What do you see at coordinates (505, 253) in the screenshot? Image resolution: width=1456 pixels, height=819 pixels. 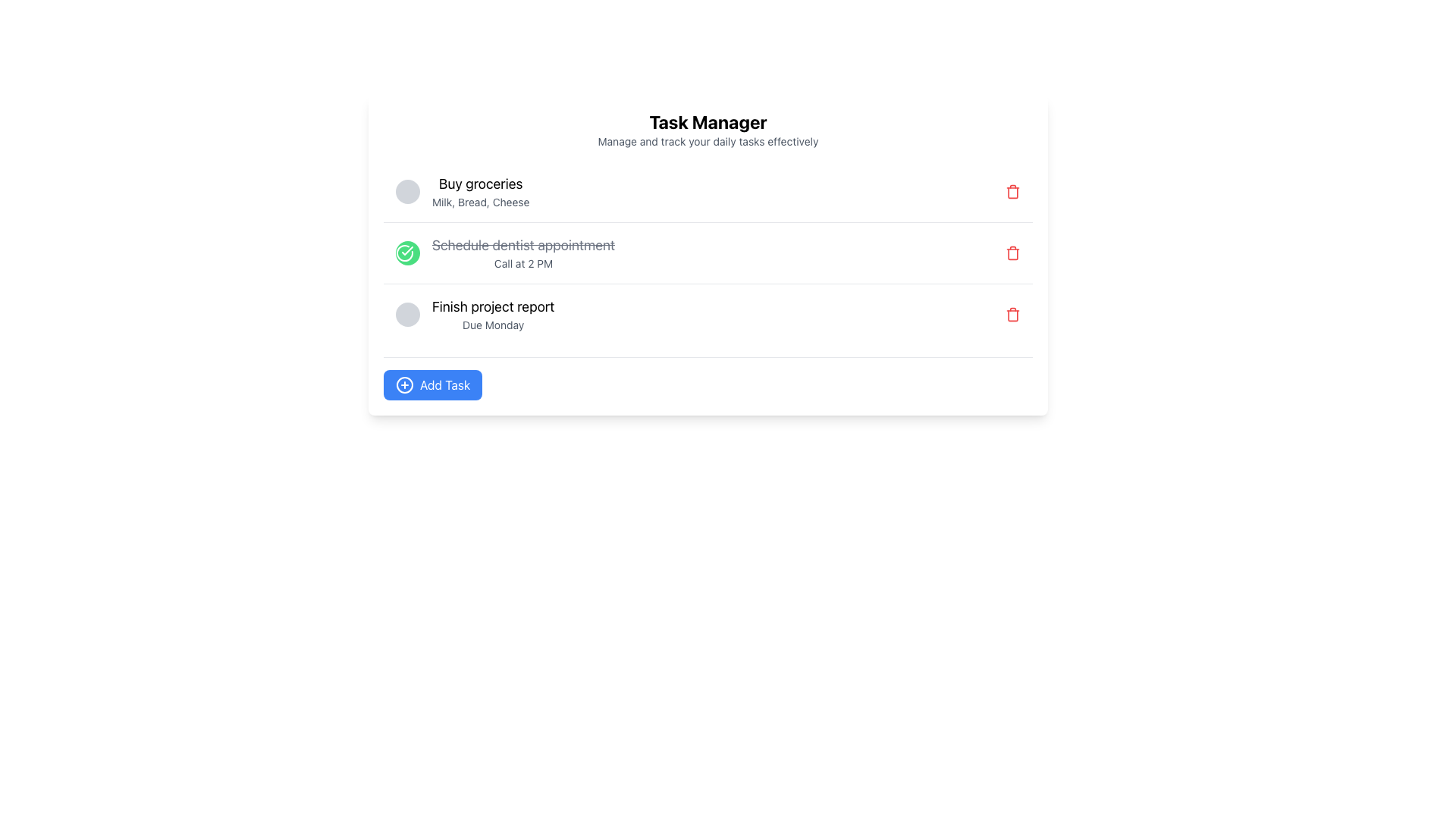 I see `the checkmark icon of the second task item in the task management application` at bounding box center [505, 253].